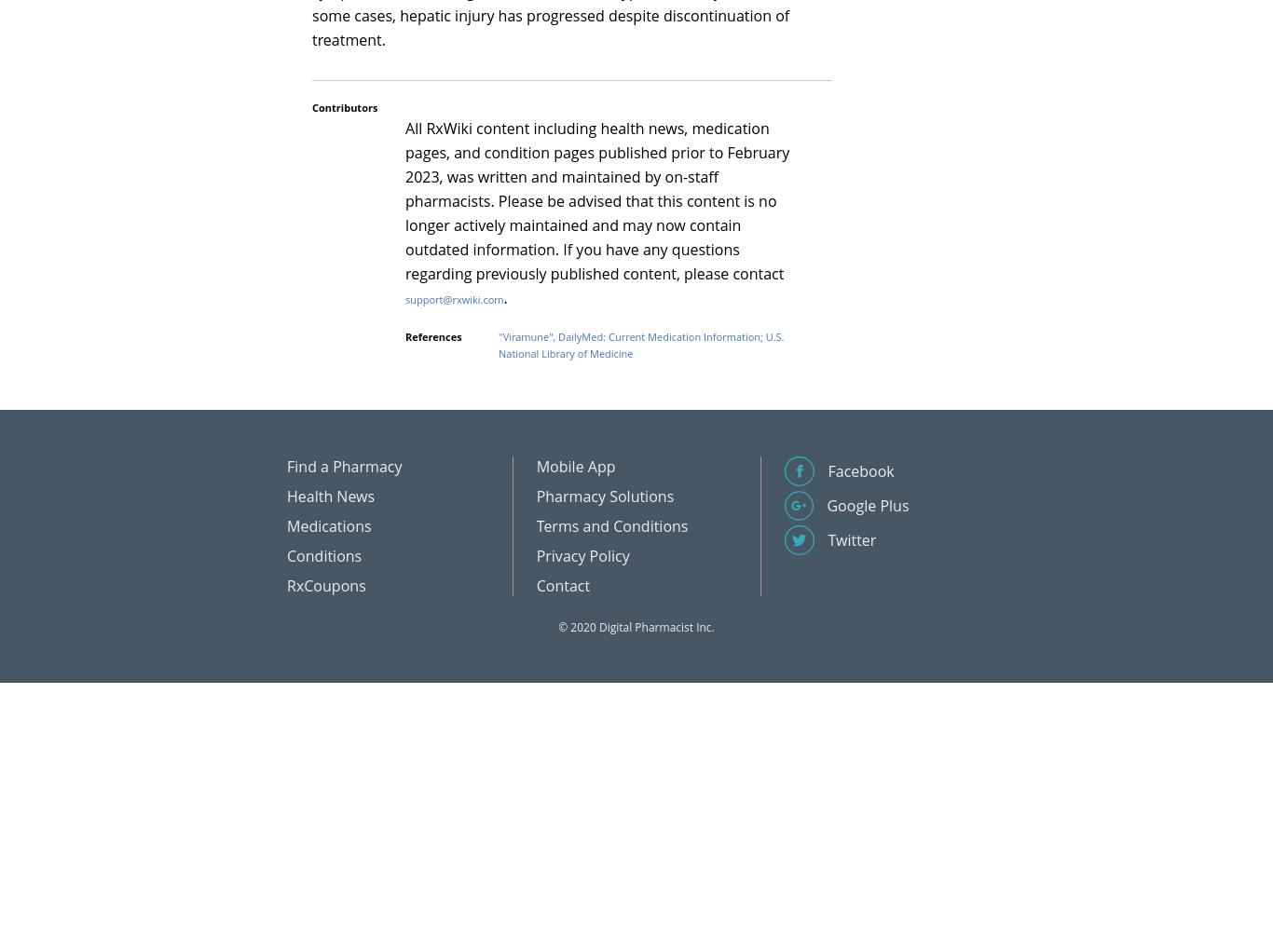 The image size is (1273, 952). What do you see at coordinates (610, 525) in the screenshot?
I see `'Terms and Conditions'` at bounding box center [610, 525].